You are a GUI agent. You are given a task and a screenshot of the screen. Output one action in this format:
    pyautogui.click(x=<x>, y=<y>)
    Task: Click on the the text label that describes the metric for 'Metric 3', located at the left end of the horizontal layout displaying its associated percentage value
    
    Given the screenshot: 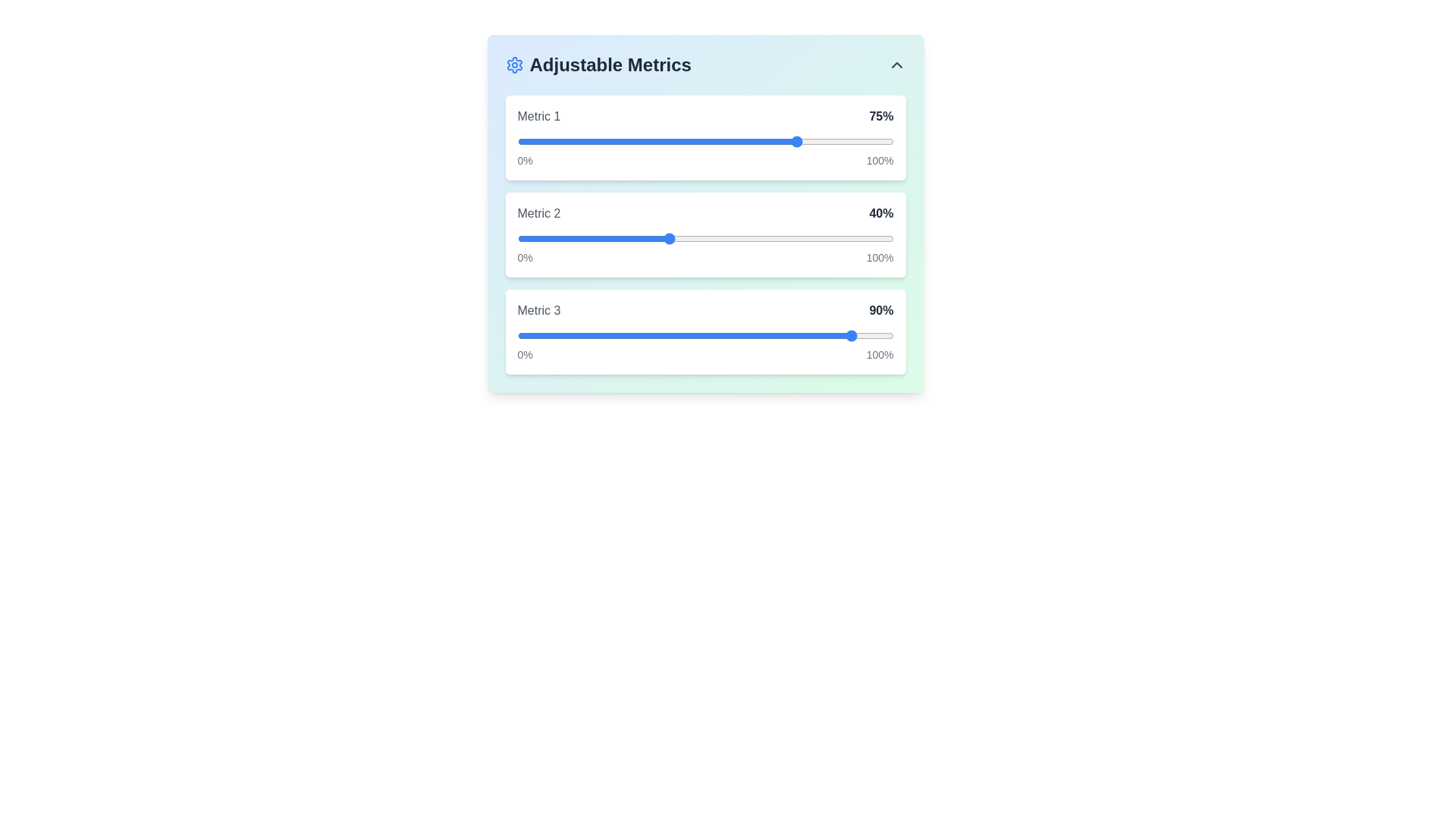 What is the action you would take?
    pyautogui.click(x=538, y=309)
    